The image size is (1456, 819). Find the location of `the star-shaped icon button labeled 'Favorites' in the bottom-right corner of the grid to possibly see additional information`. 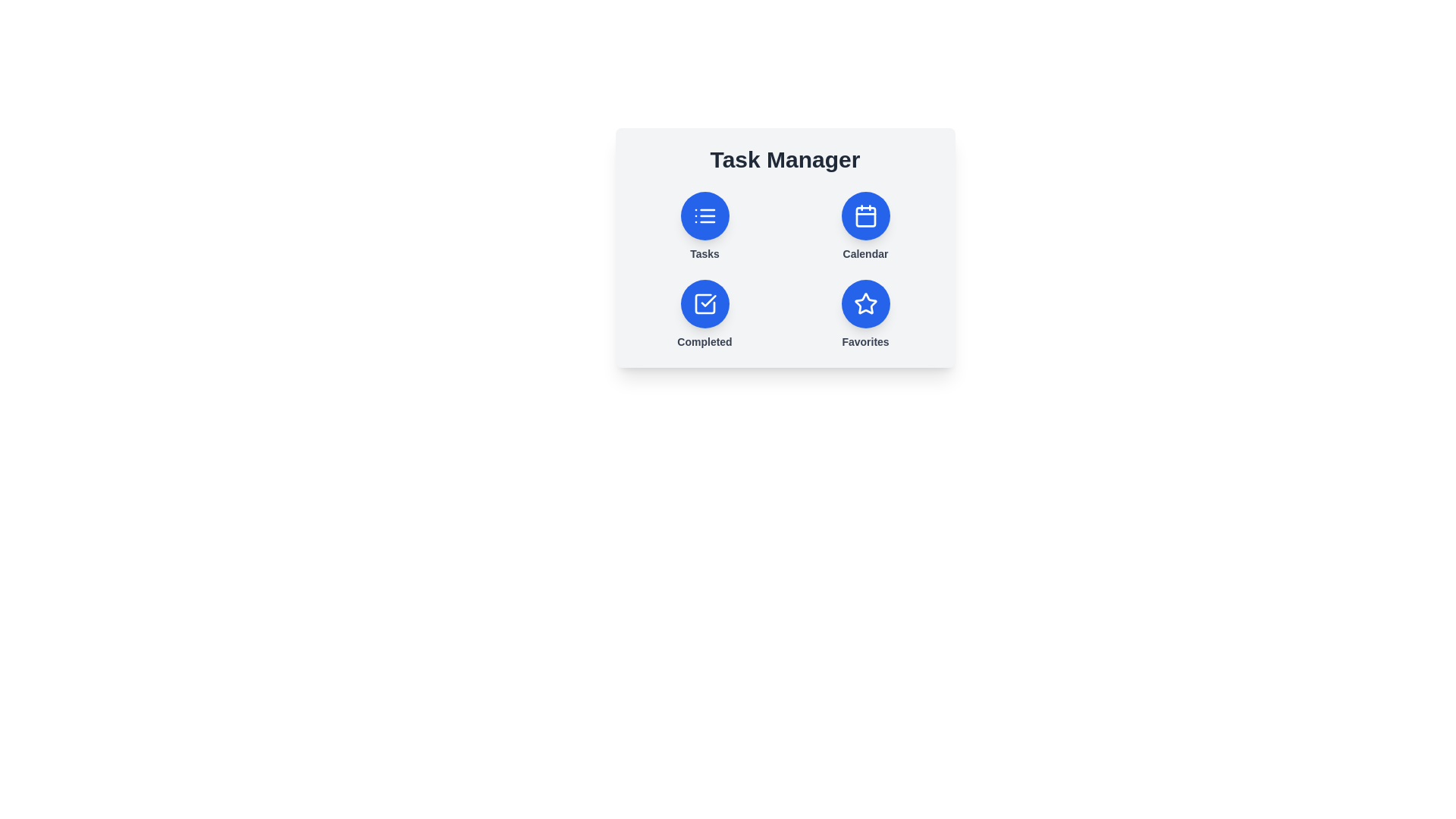

the star-shaped icon button labeled 'Favorites' in the bottom-right corner of the grid to possibly see additional information is located at coordinates (865, 304).